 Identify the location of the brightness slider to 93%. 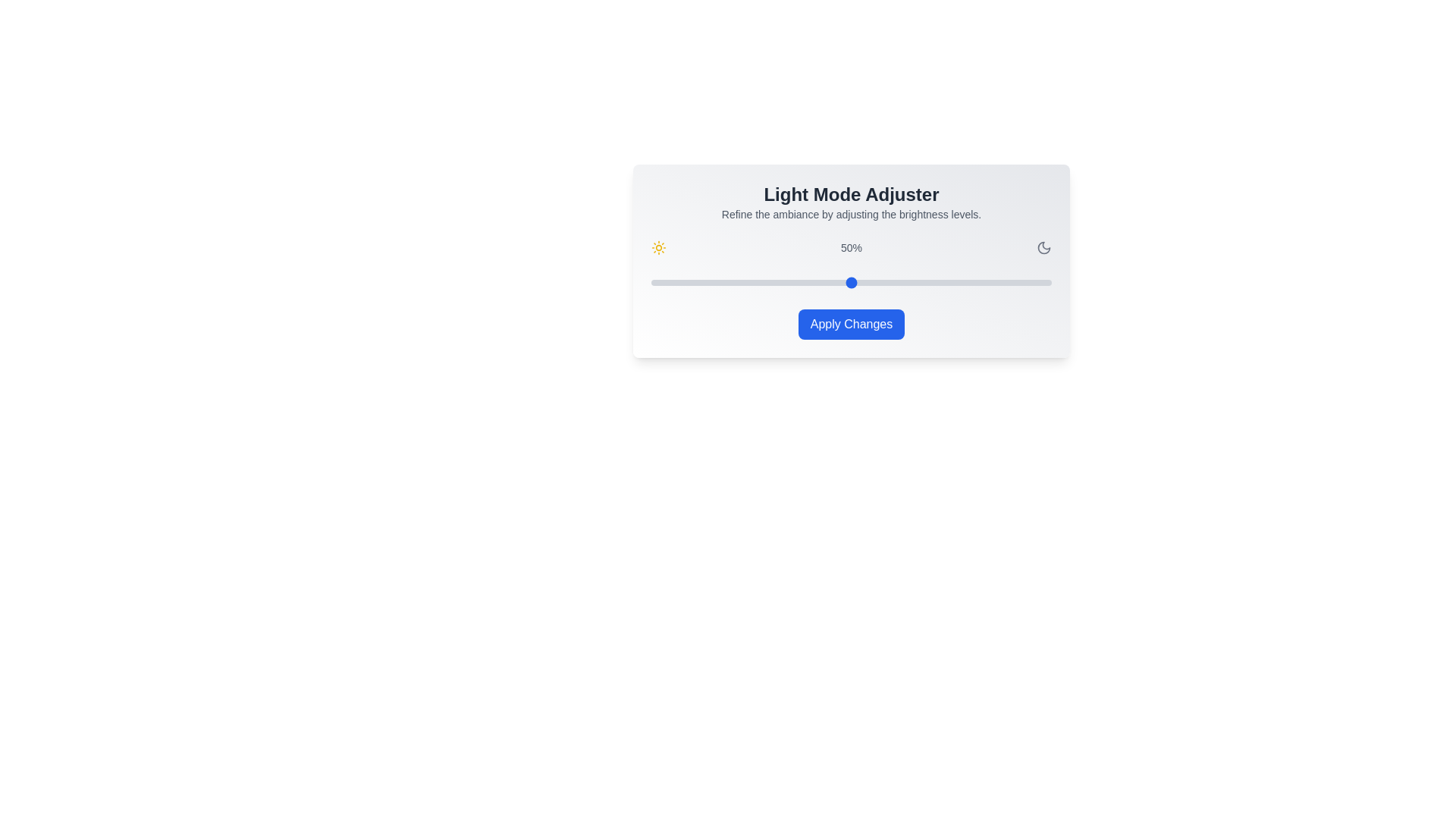
(1023, 283).